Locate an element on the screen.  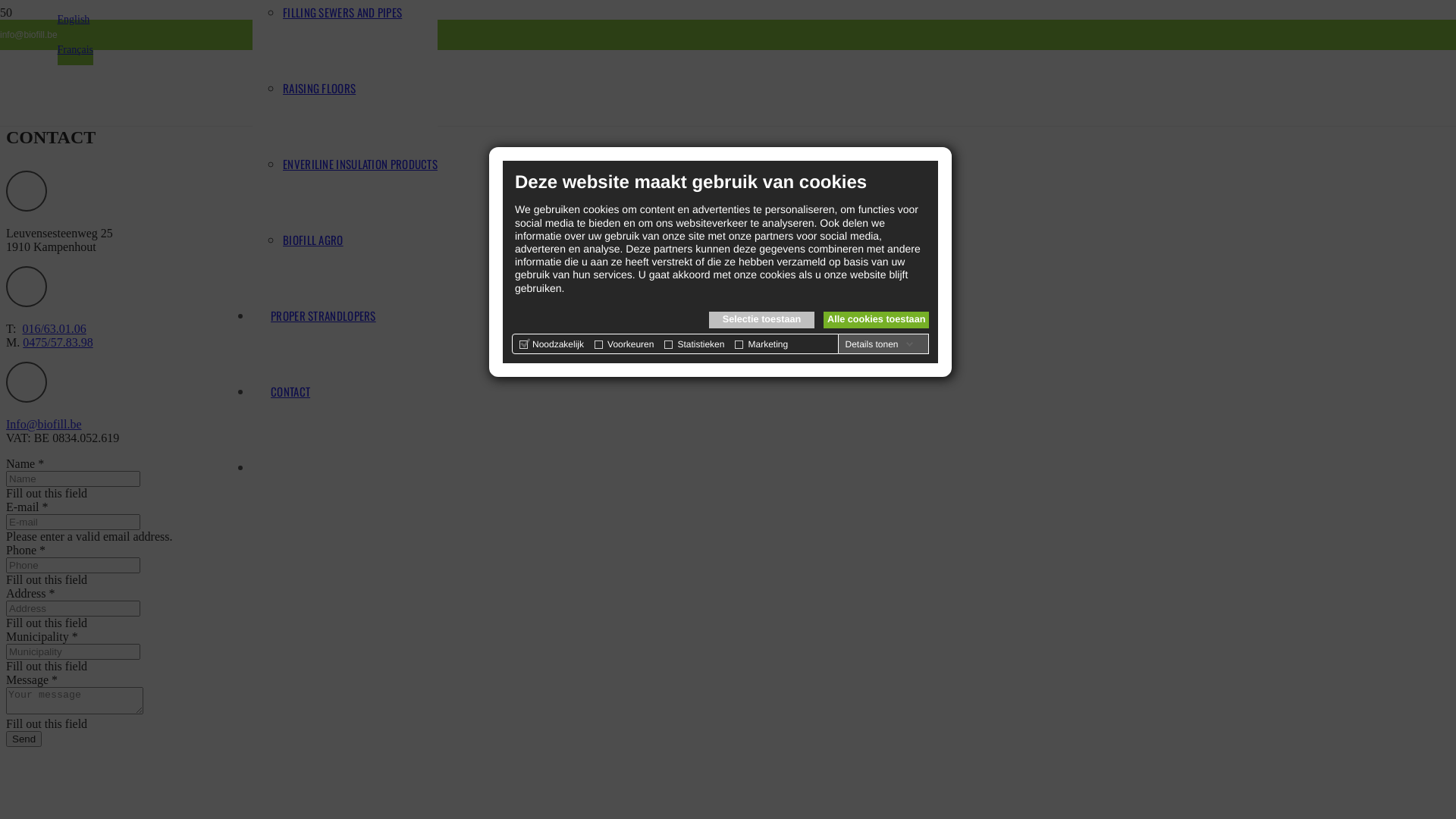
'FILLING SEWERS AND PIPES' is located at coordinates (341, 11).